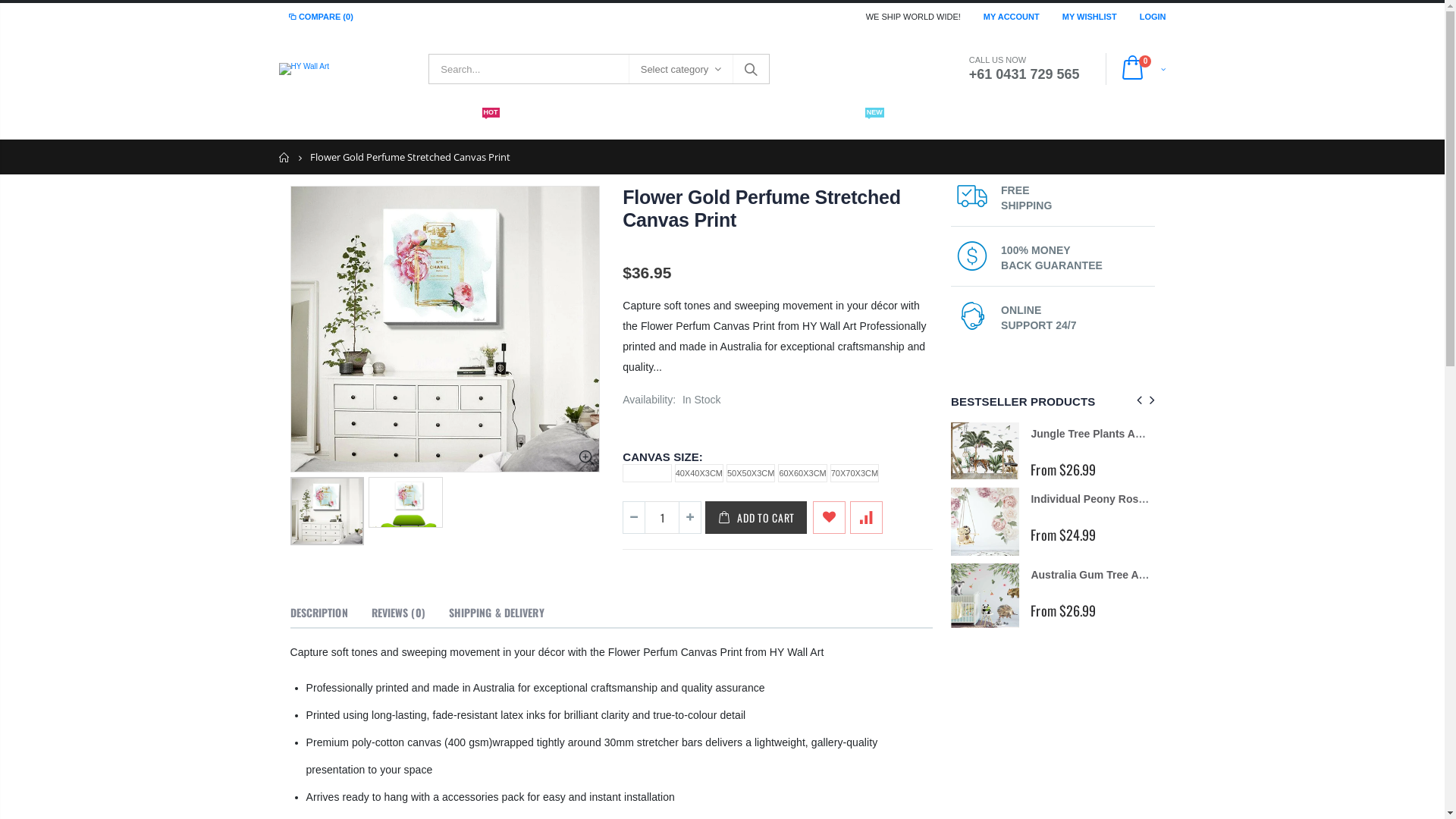 The height and width of the screenshot is (819, 1456). Describe the element at coordinates (1012, 15) in the screenshot. I see `'MY ACCOUNT'` at that location.